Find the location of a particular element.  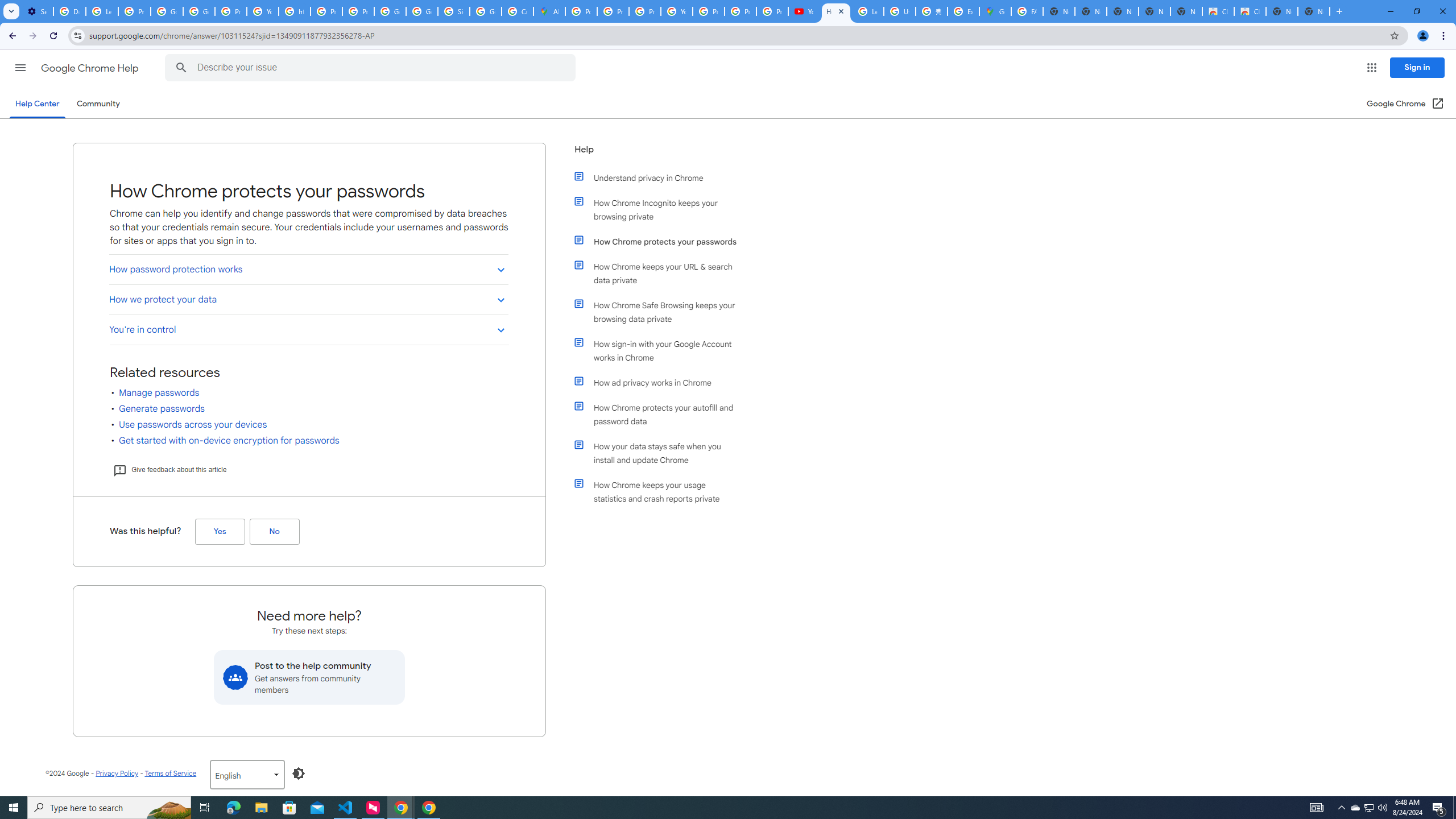

'Policy Accountability and Transparency - Transparency Center' is located at coordinates (581, 11).